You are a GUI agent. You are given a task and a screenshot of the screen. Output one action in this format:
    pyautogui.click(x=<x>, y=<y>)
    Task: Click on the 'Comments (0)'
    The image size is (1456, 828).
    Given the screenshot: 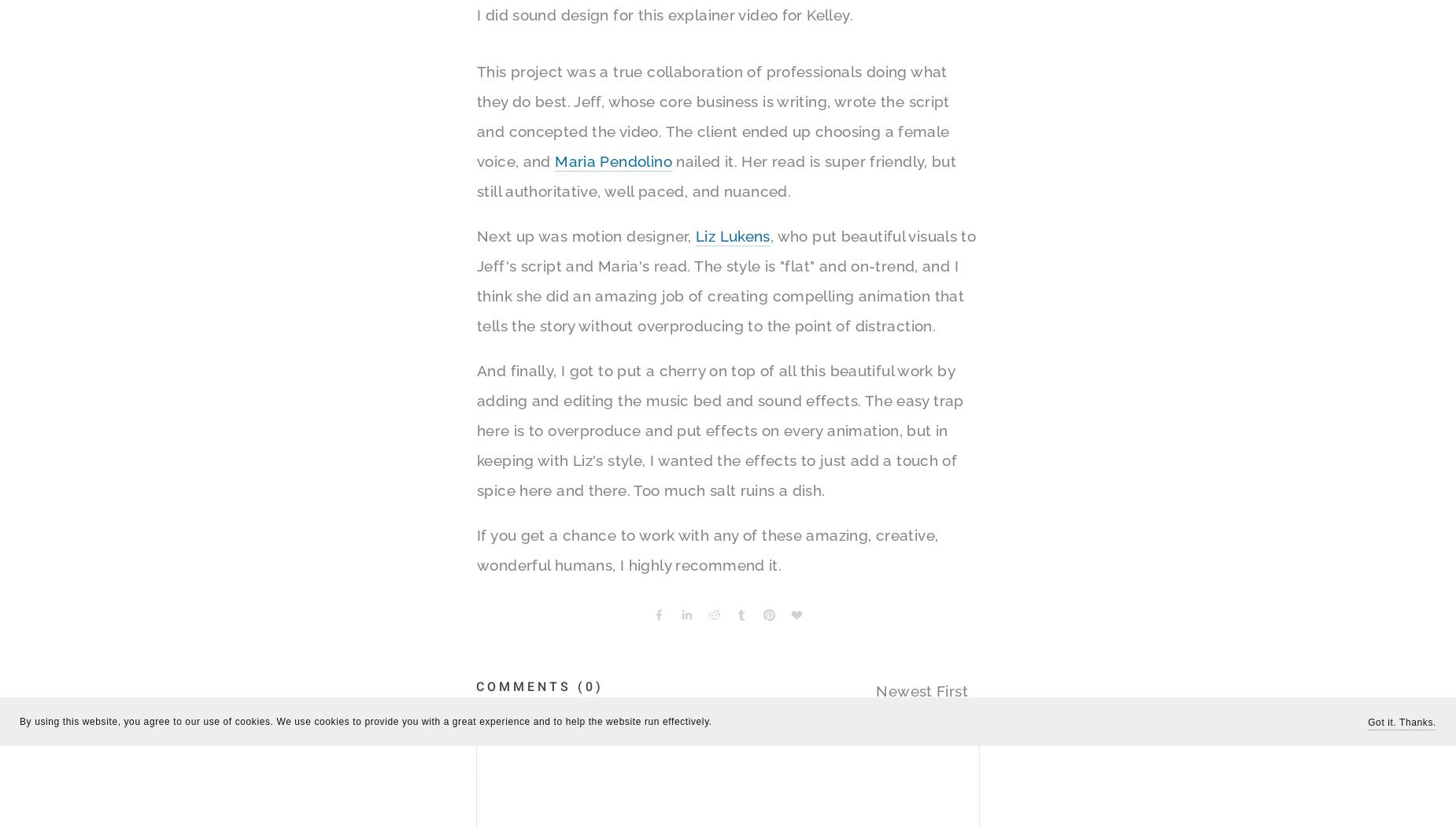 What is the action you would take?
    pyautogui.click(x=539, y=686)
    